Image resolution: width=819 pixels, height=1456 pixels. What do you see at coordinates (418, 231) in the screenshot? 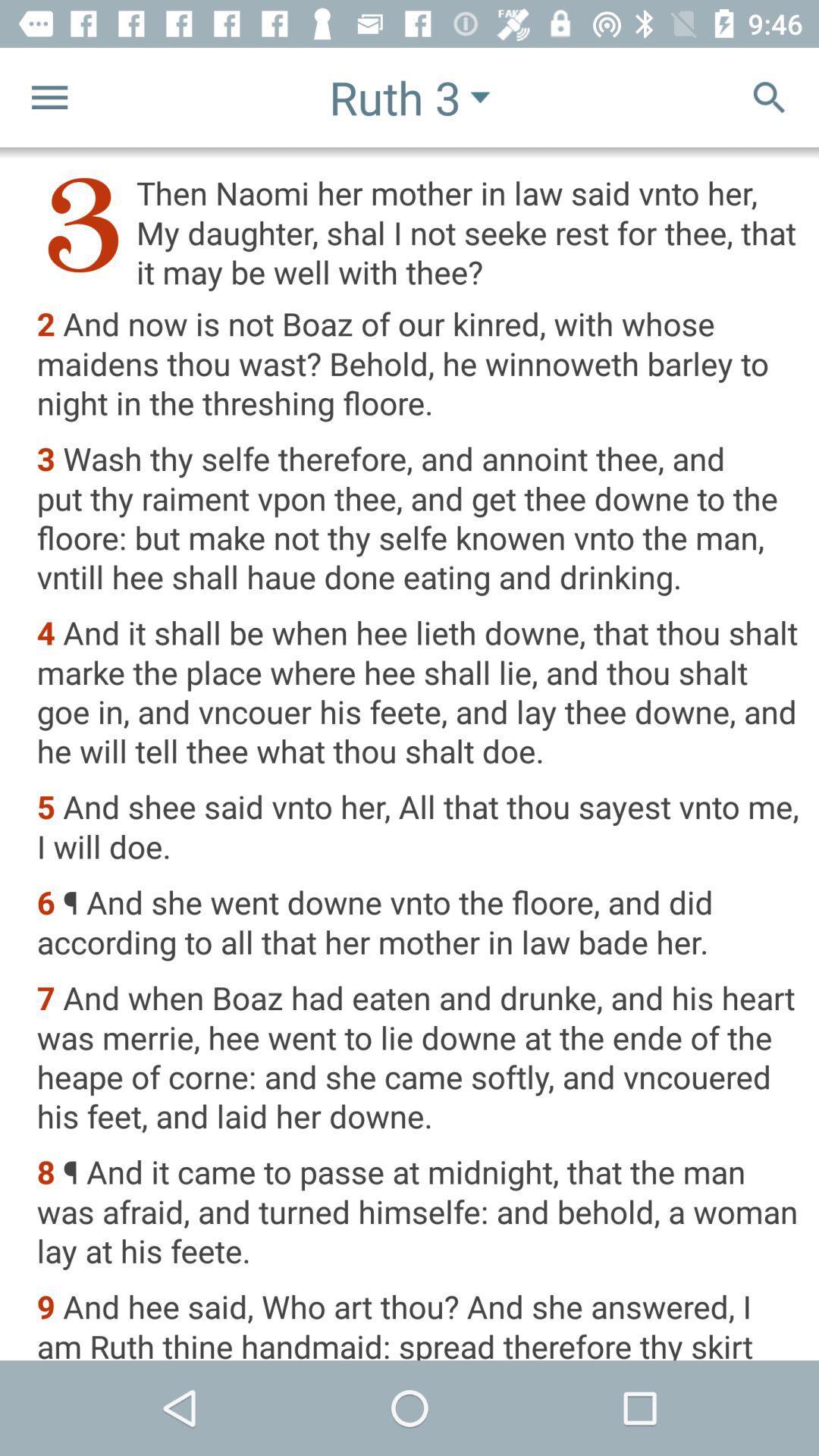
I see `the then naomi her` at bounding box center [418, 231].